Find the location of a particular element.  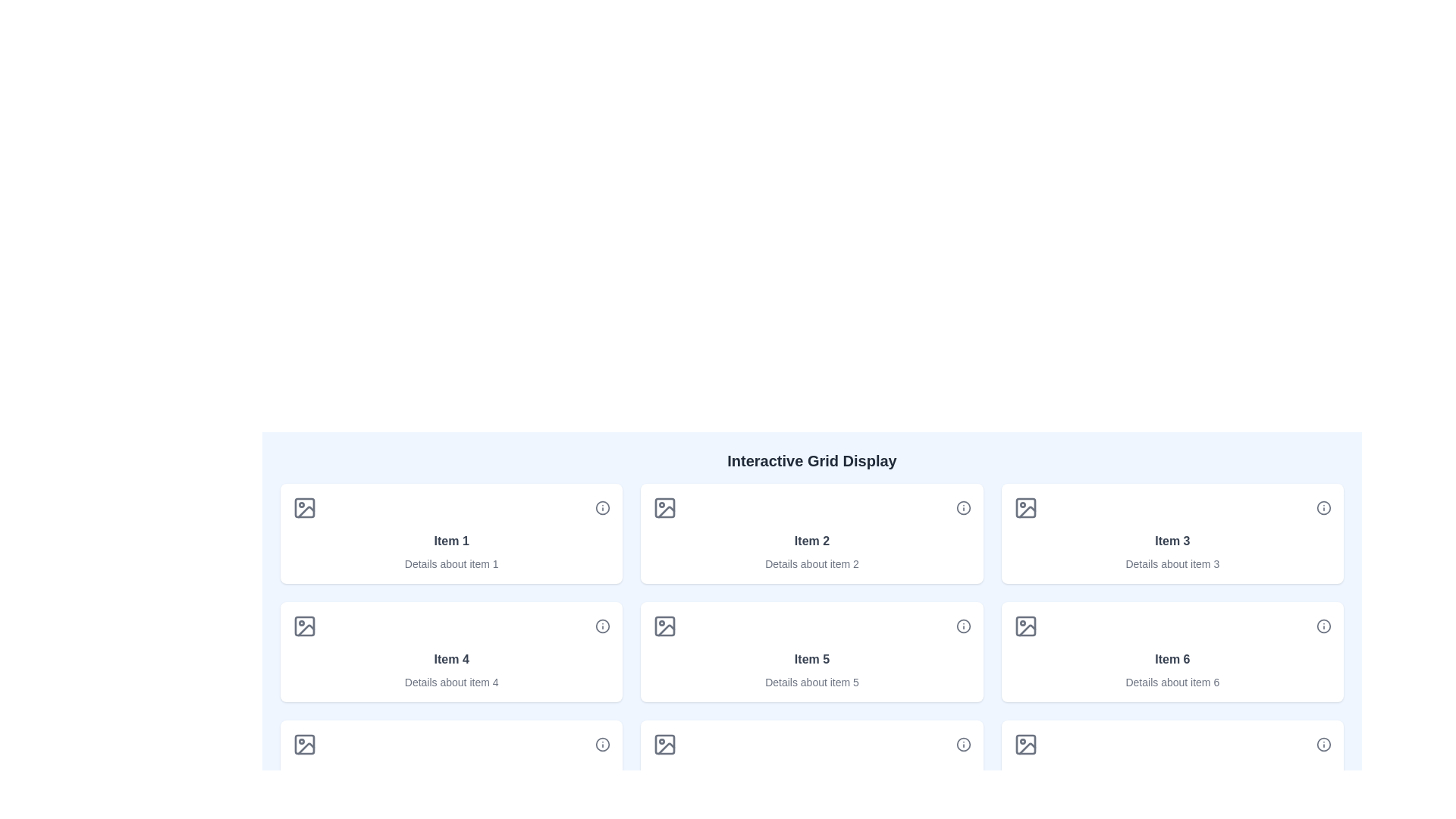

the rectangular block with a rounded border resembling an image icon, located in the second column of the second row associated with 'Item 4' is located at coordinates (304, 626).